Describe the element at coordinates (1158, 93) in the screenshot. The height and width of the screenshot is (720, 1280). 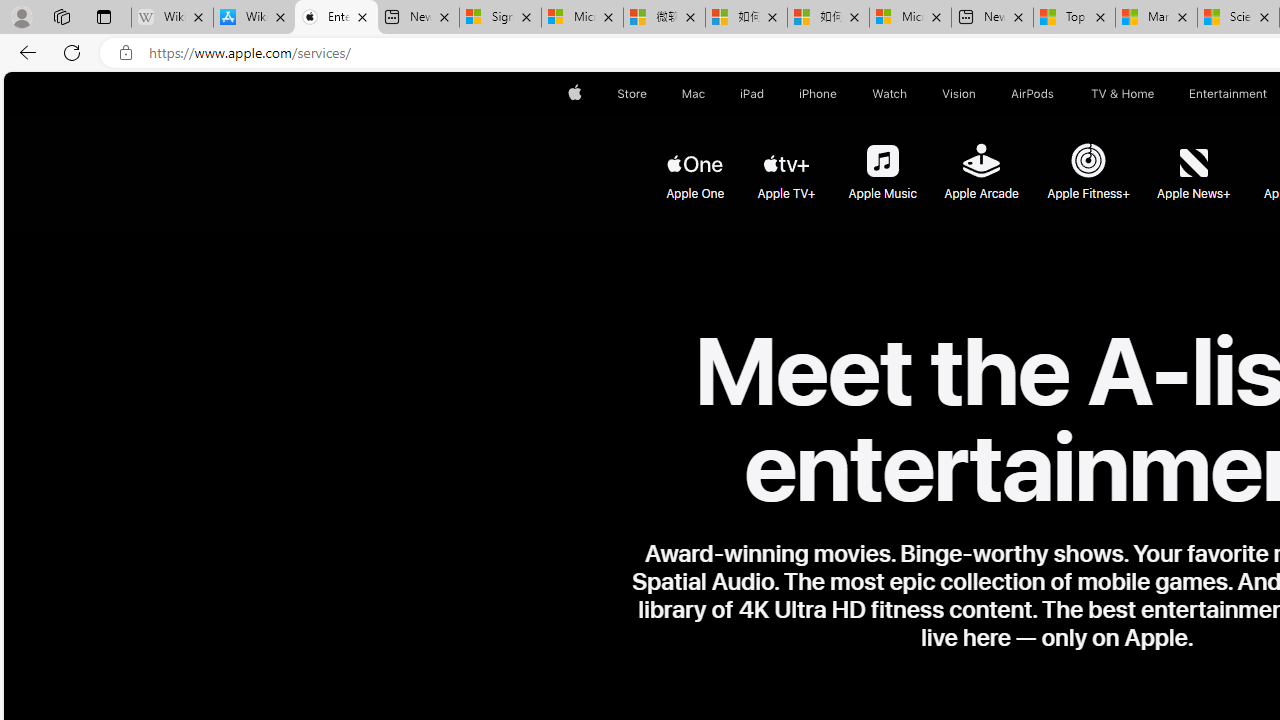
I see `'TV and Home menu'` at that location.